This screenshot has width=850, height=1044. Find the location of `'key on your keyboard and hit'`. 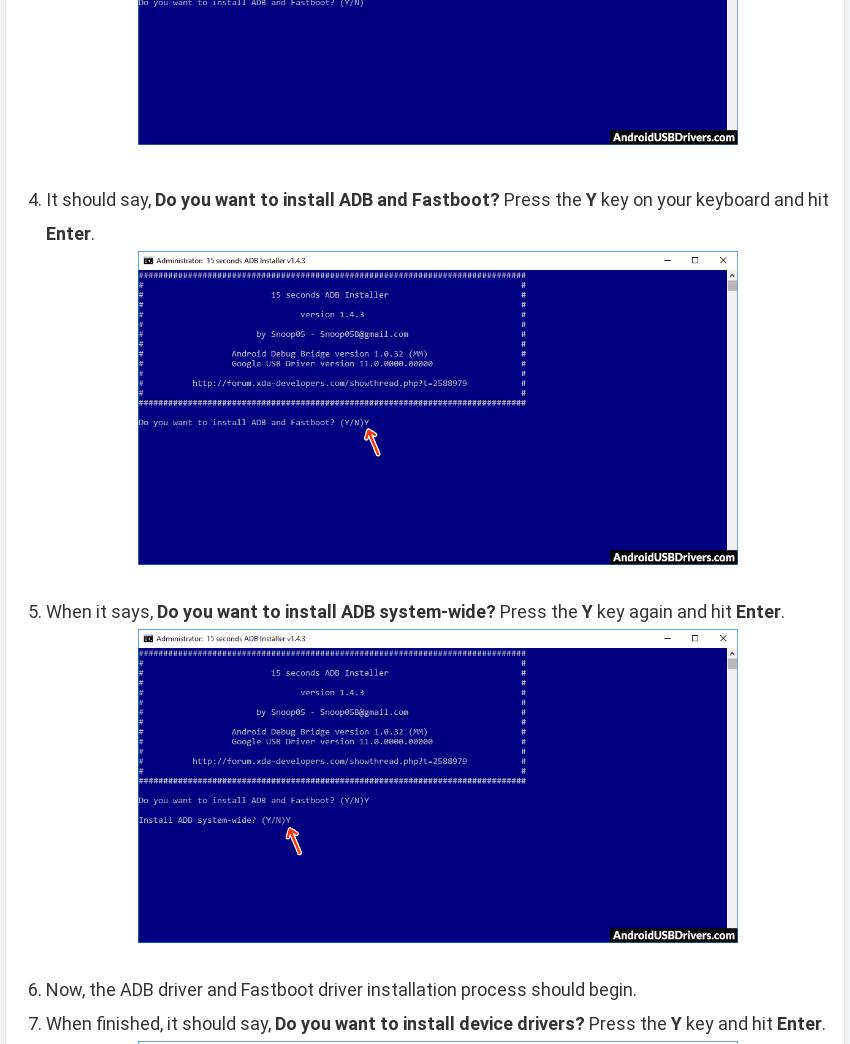

'key on your keyboard and hit' is located at coordinates (711, 198).